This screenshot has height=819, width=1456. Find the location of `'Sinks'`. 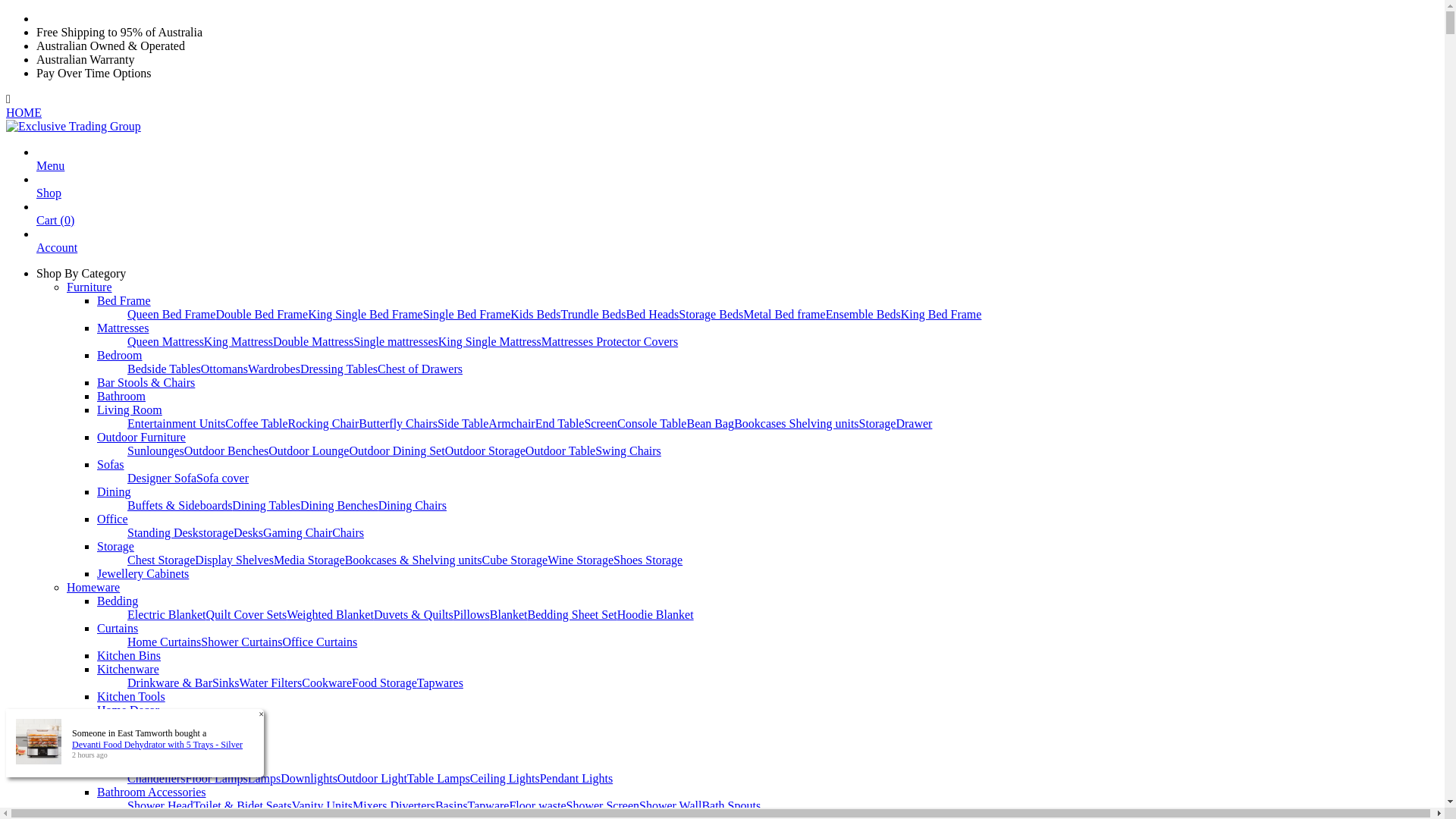

'Sinks' is located at coordinates (211, 682).